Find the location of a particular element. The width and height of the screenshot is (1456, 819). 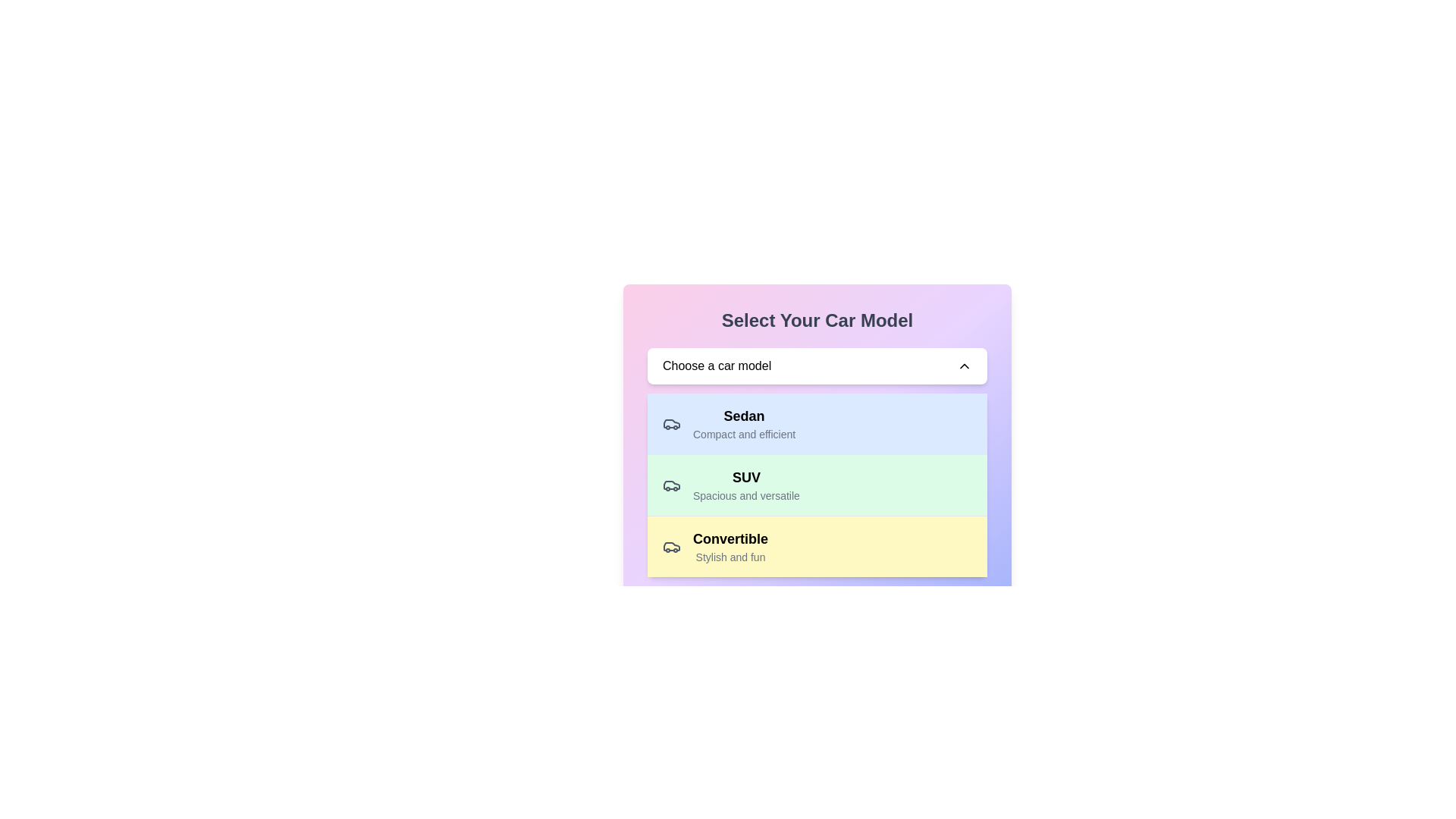

the 'Sedan' menu item, which is the topmost entry in the list of car types is located at coordinates (729, 424).